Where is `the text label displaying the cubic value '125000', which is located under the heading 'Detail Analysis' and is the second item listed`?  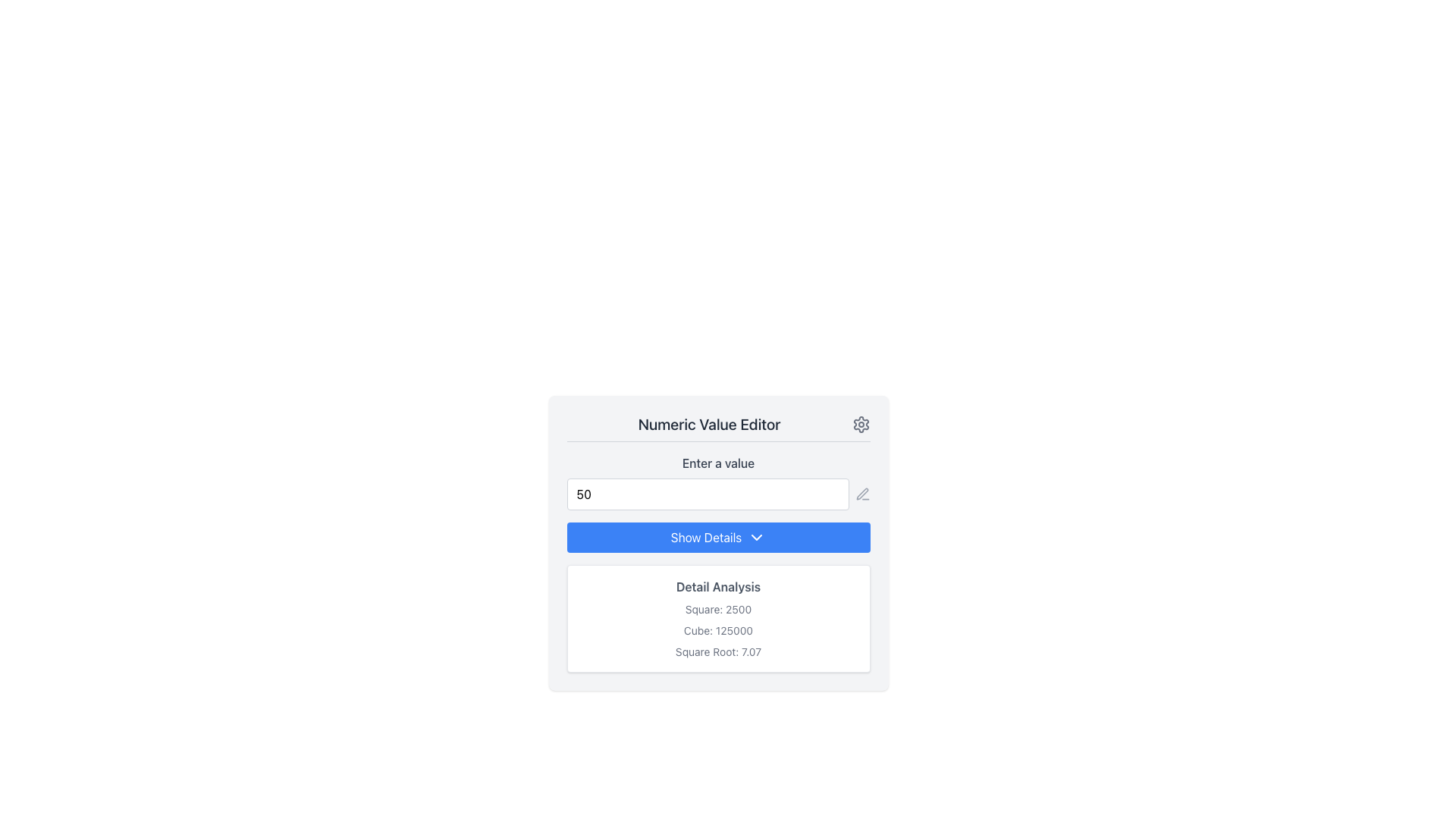 the text label displaying the cubic value '125000', which is located under the heading 'Detail Analysis' and is the second item listed is located at coordinates (717, 631).